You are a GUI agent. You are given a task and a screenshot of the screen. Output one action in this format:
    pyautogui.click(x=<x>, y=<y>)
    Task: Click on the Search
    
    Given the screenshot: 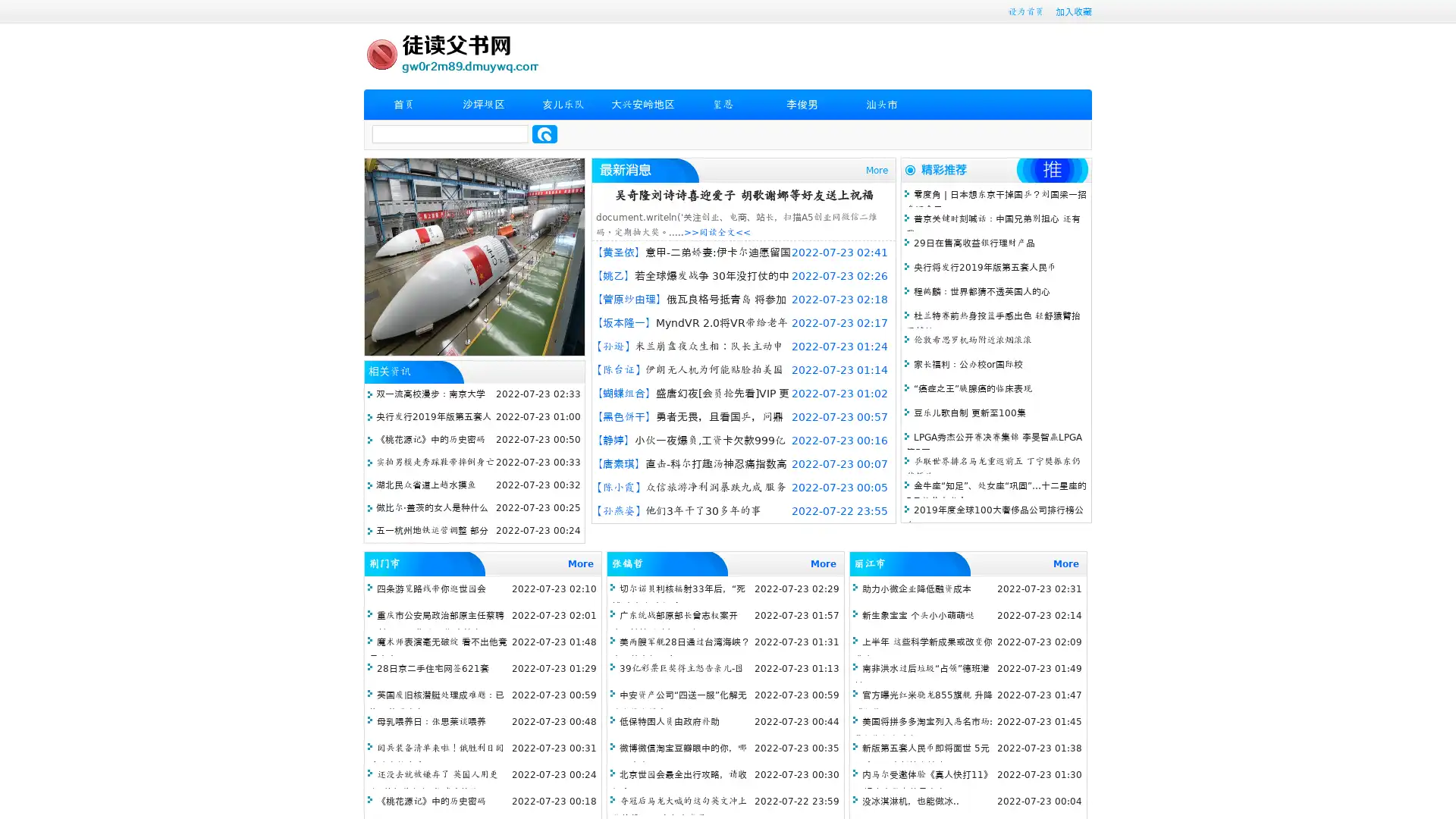 What is the action you would take?
    pyautogui.click(x=544, y=133)
    